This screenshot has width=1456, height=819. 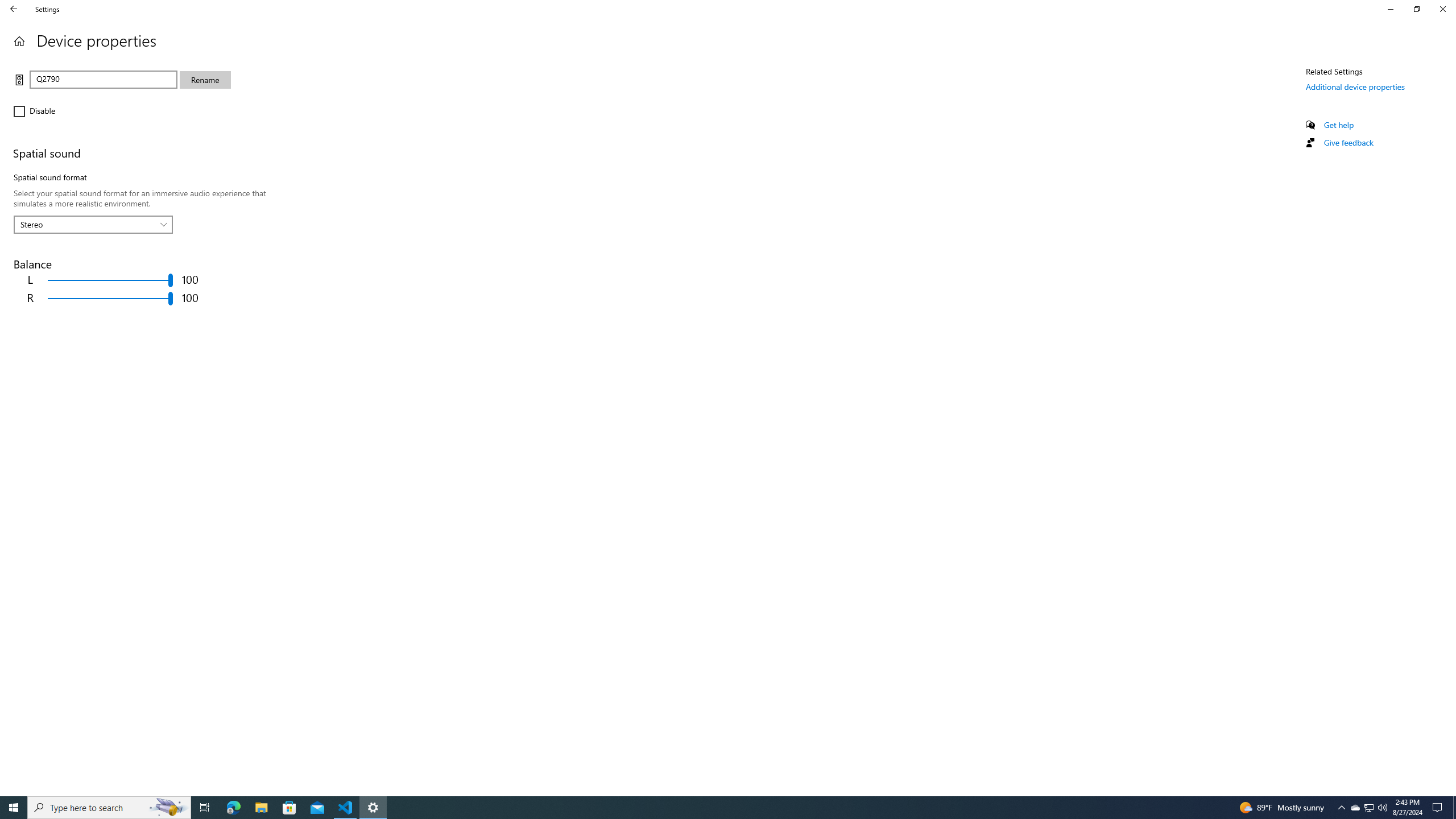 I want to click on 'Text box to change device name', so click(x=102, y=78).